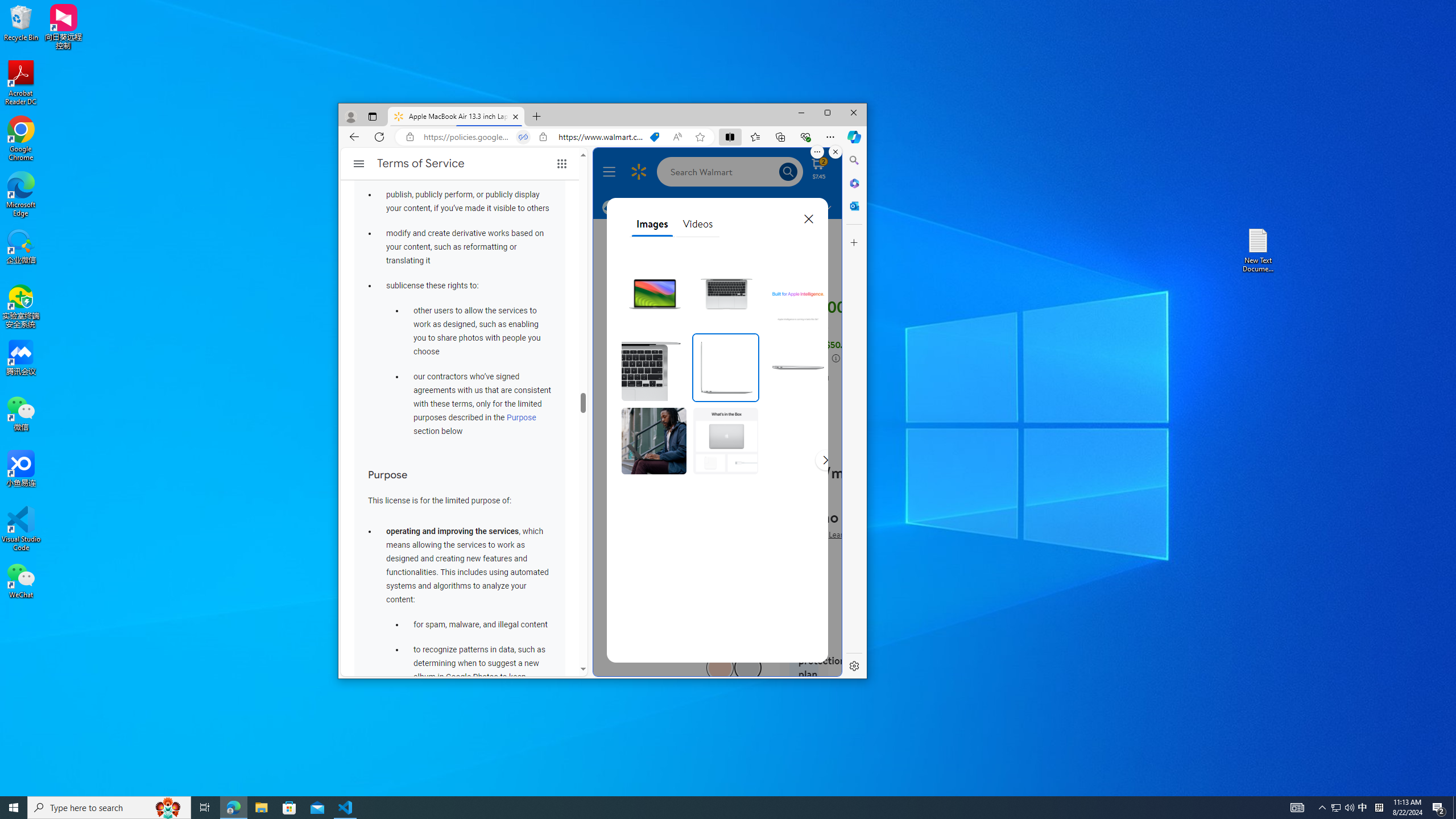  I want to click on 'This site has coupons! Shopping in Microsoft Edge, 7', so click(653, 136).